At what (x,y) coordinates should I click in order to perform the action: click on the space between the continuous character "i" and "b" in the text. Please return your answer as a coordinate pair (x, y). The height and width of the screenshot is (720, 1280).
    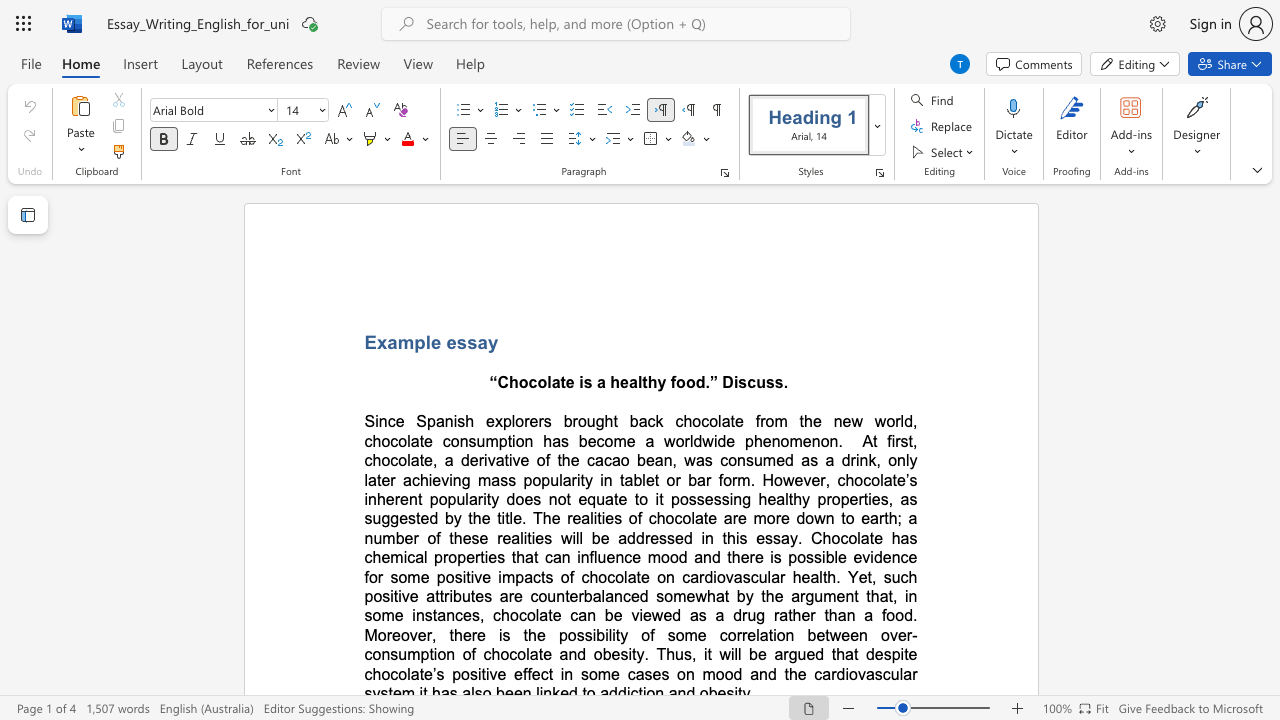
    Looking at the image, I should click on (827, 557).